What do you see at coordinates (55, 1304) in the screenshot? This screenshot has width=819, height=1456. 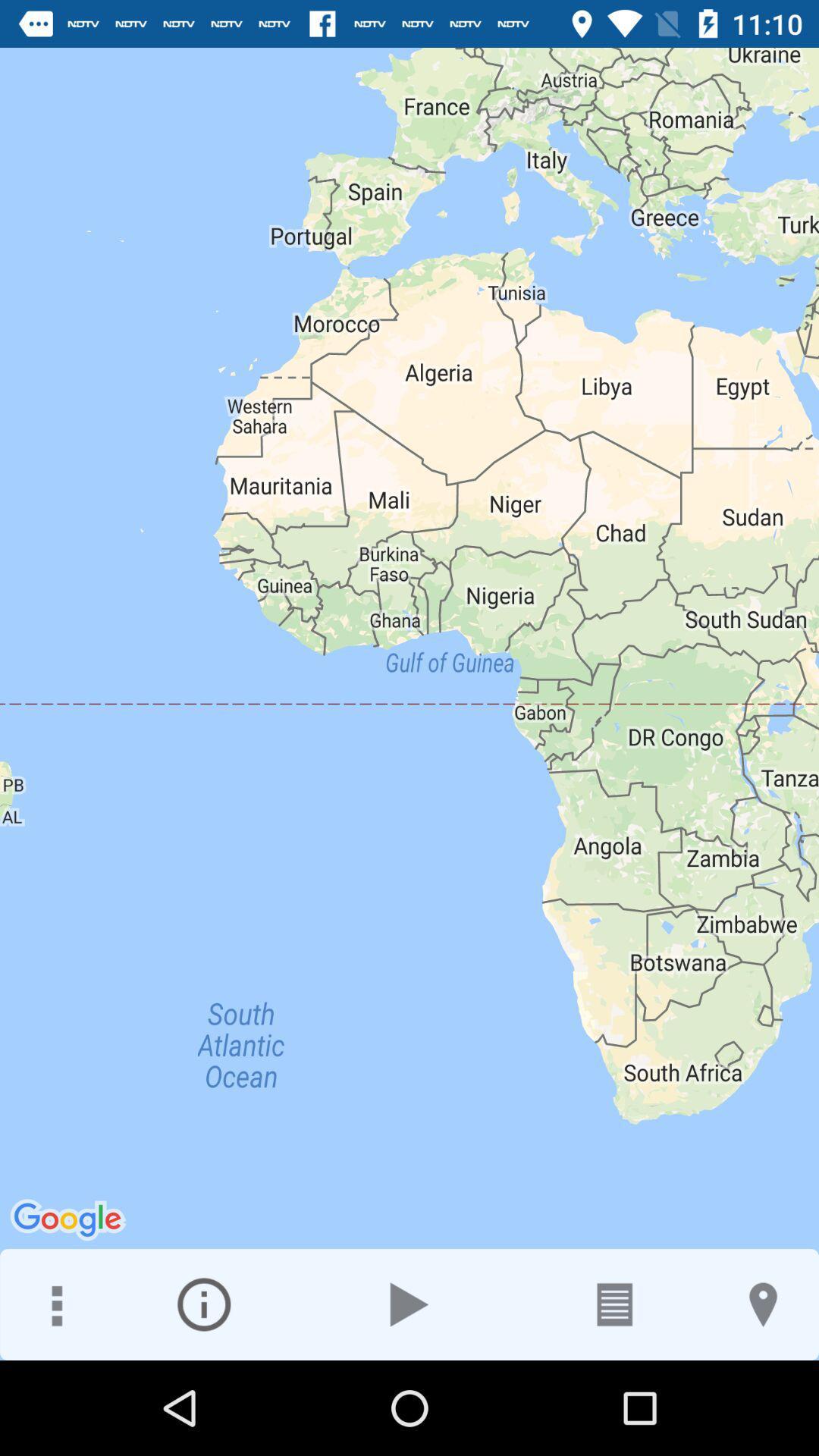 I see `the more icon` at bounding box center [55, 1304].